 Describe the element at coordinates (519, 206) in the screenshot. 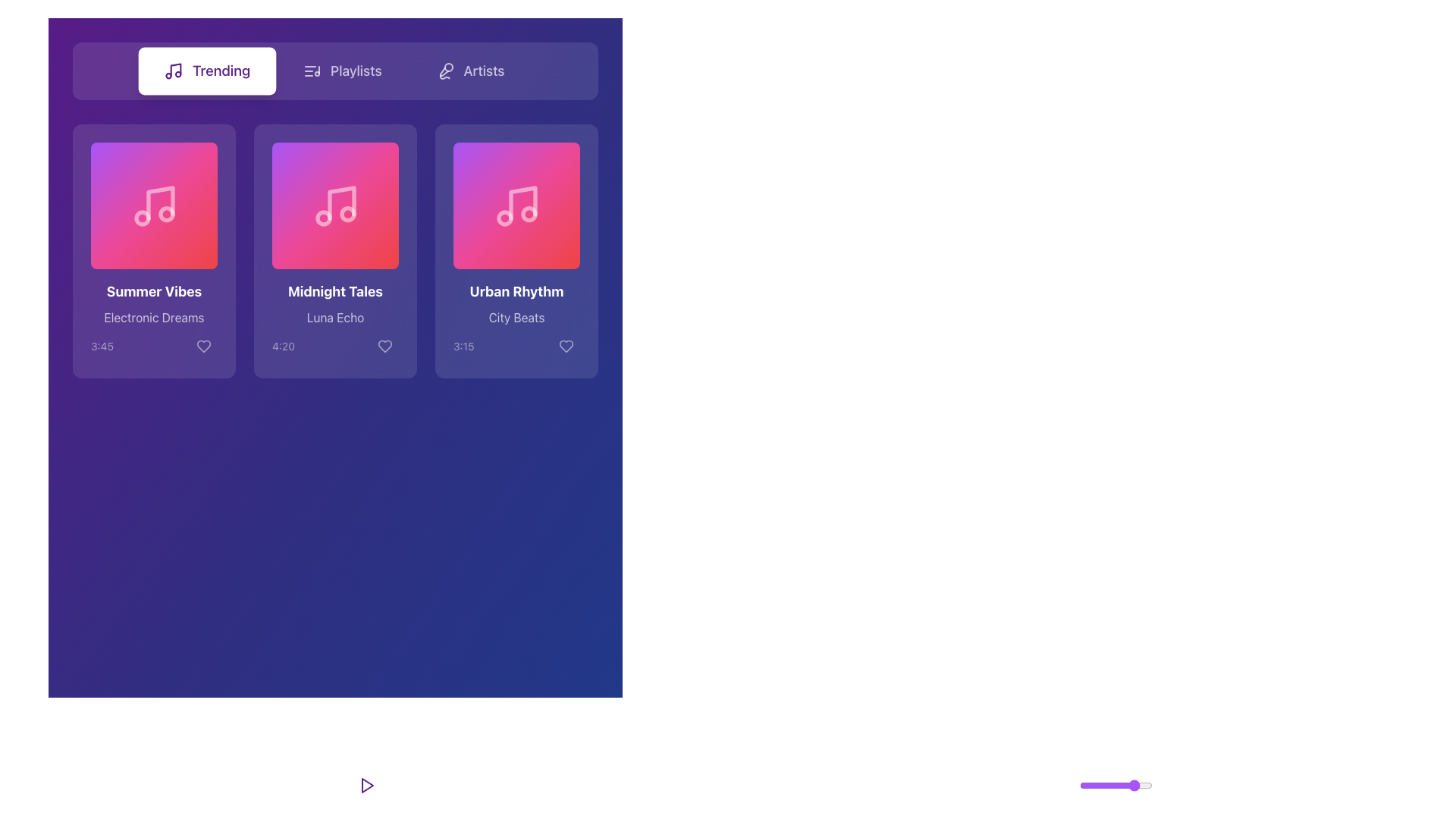

I see `the triangular play button icon located in the center of the 'Urban Rhythm' card, which is the third card in a horizontal set of three cards` at that location.